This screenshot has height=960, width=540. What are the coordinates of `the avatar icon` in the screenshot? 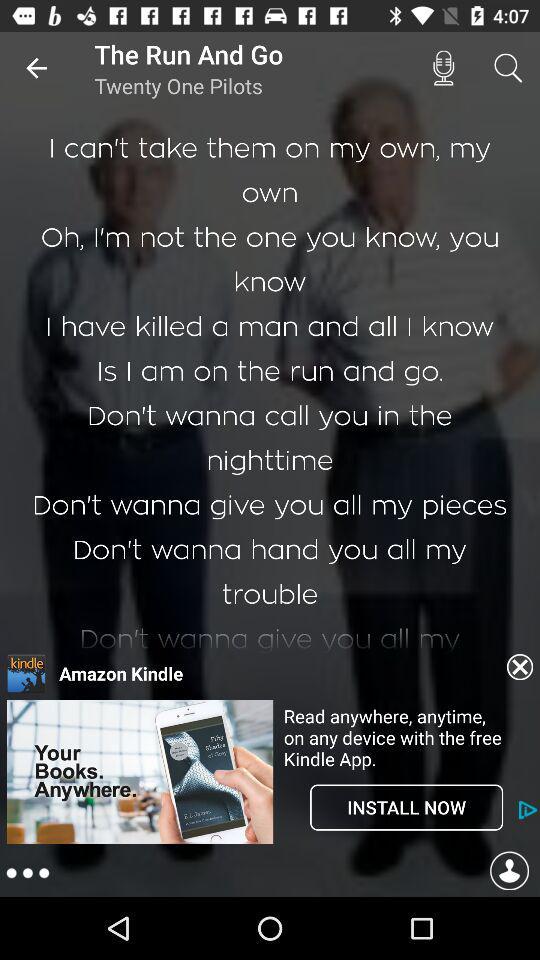 It's located at (509, 872).